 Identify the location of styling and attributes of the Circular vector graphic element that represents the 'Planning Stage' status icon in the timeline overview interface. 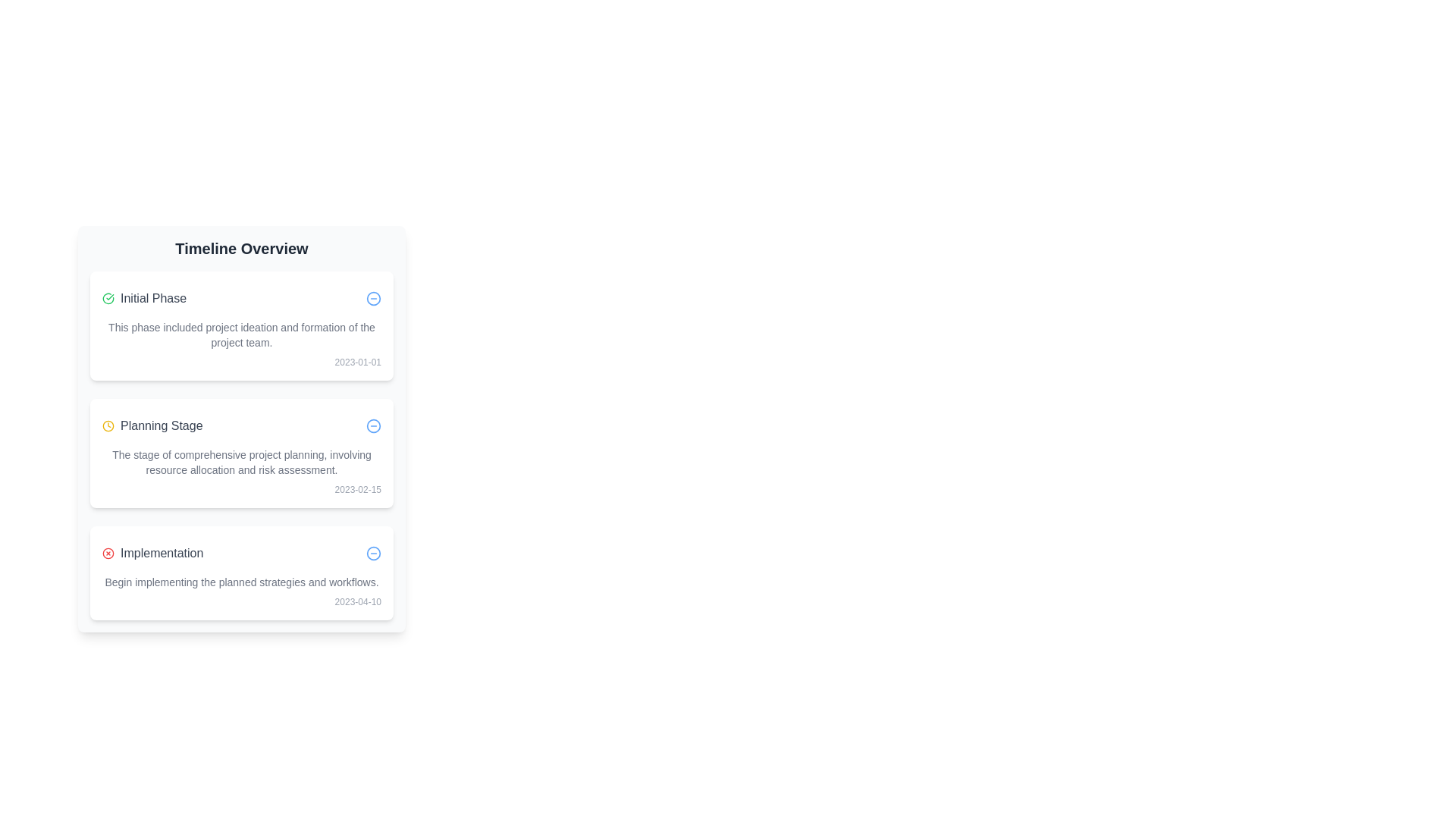
(374, 426).